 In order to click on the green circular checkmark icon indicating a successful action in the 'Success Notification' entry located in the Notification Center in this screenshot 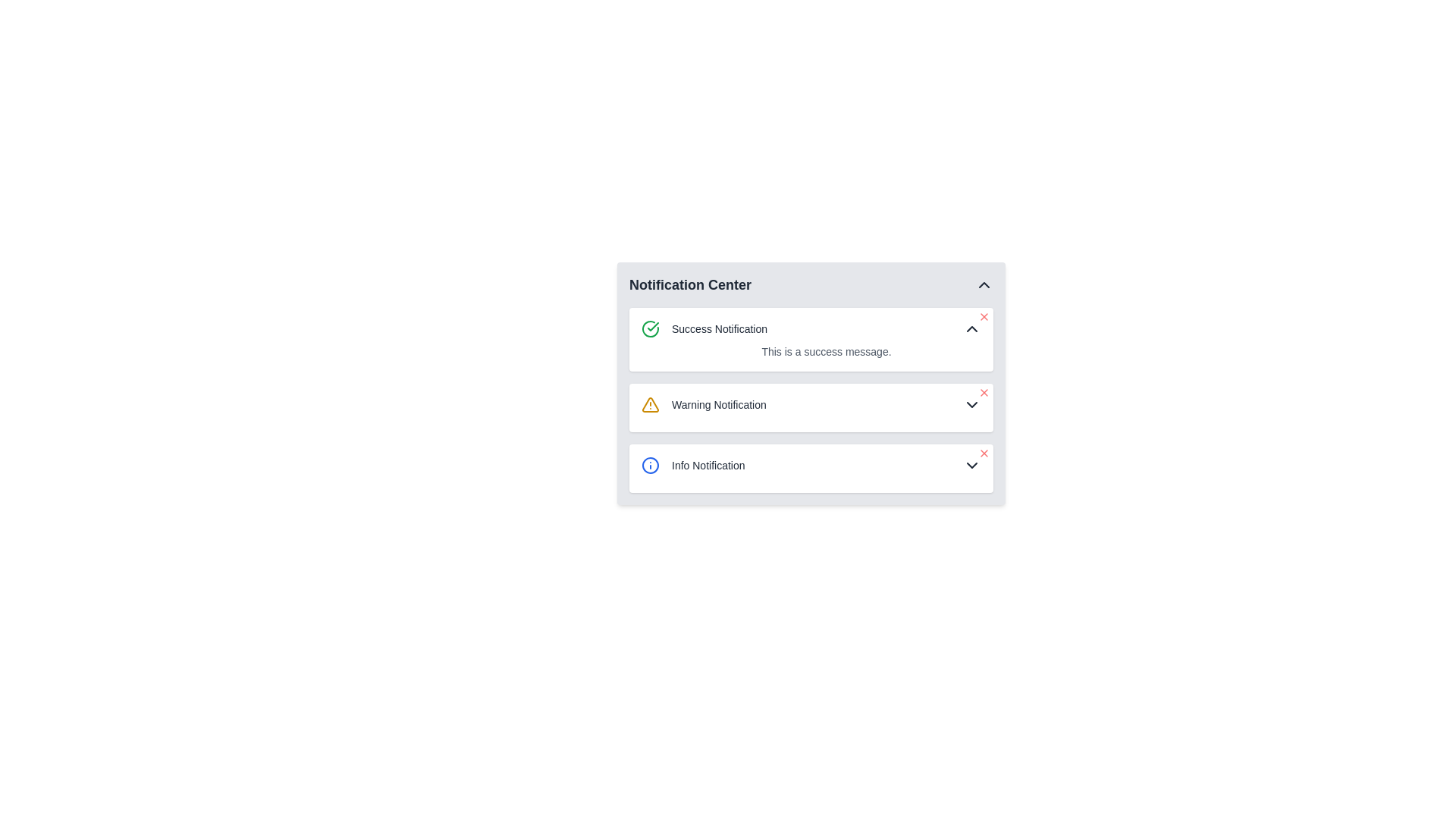, I will do `click(653, 326)`.